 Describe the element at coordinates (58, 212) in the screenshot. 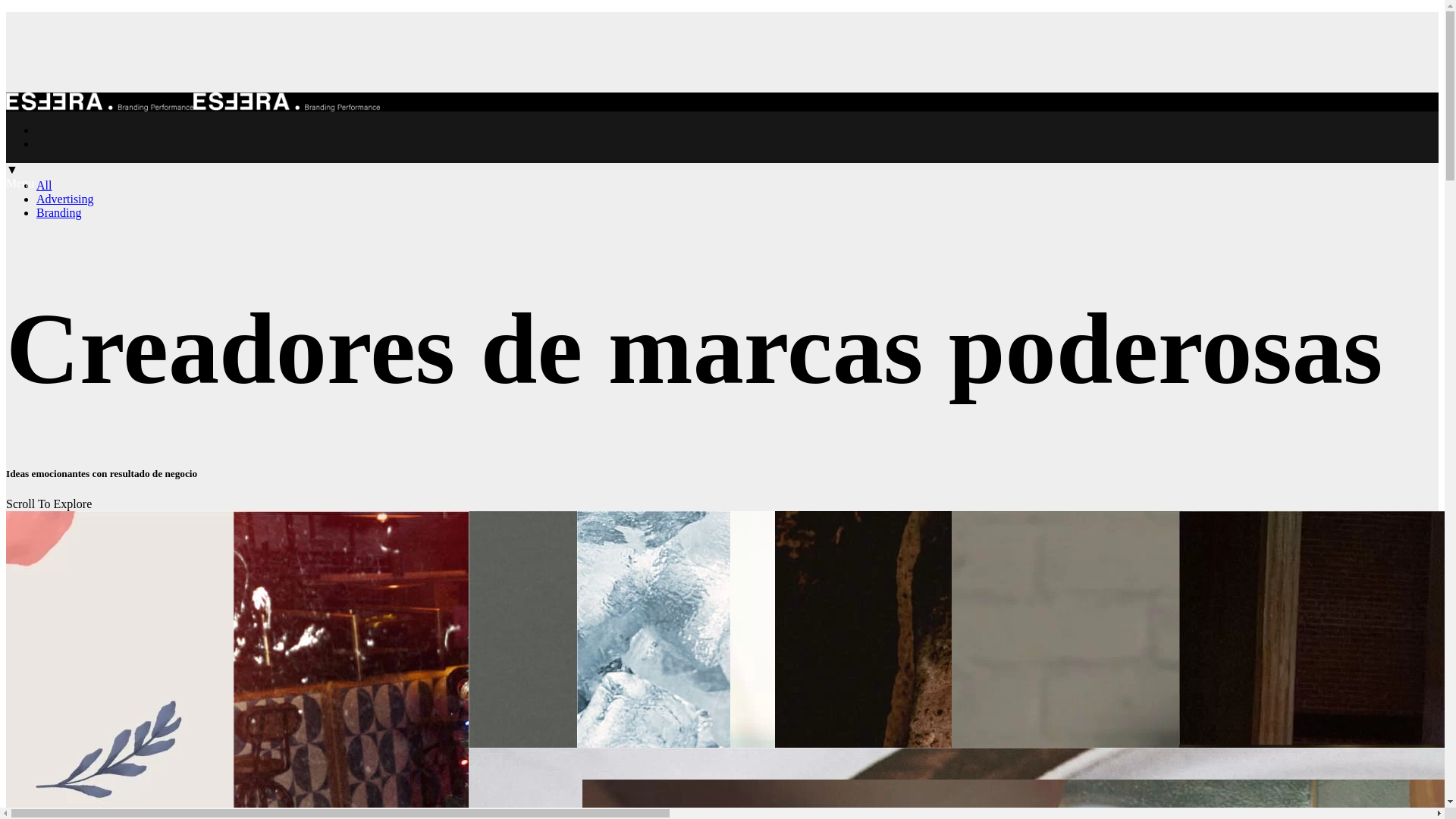

I see `'Branding'` at that location.